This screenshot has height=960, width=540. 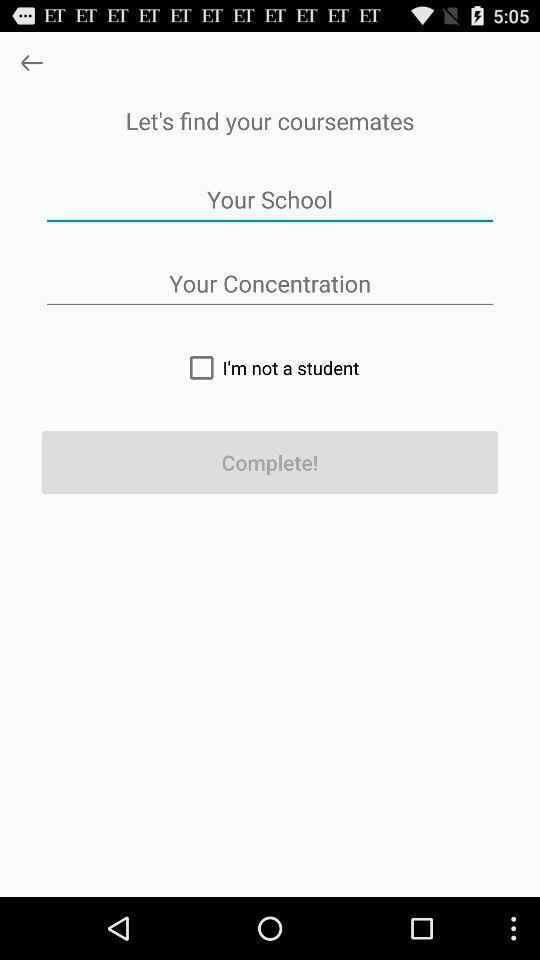 What do you see at coordinates (270, 199) in the screenshot?
I see `app below let s find app` at bounding box center [270, 199].